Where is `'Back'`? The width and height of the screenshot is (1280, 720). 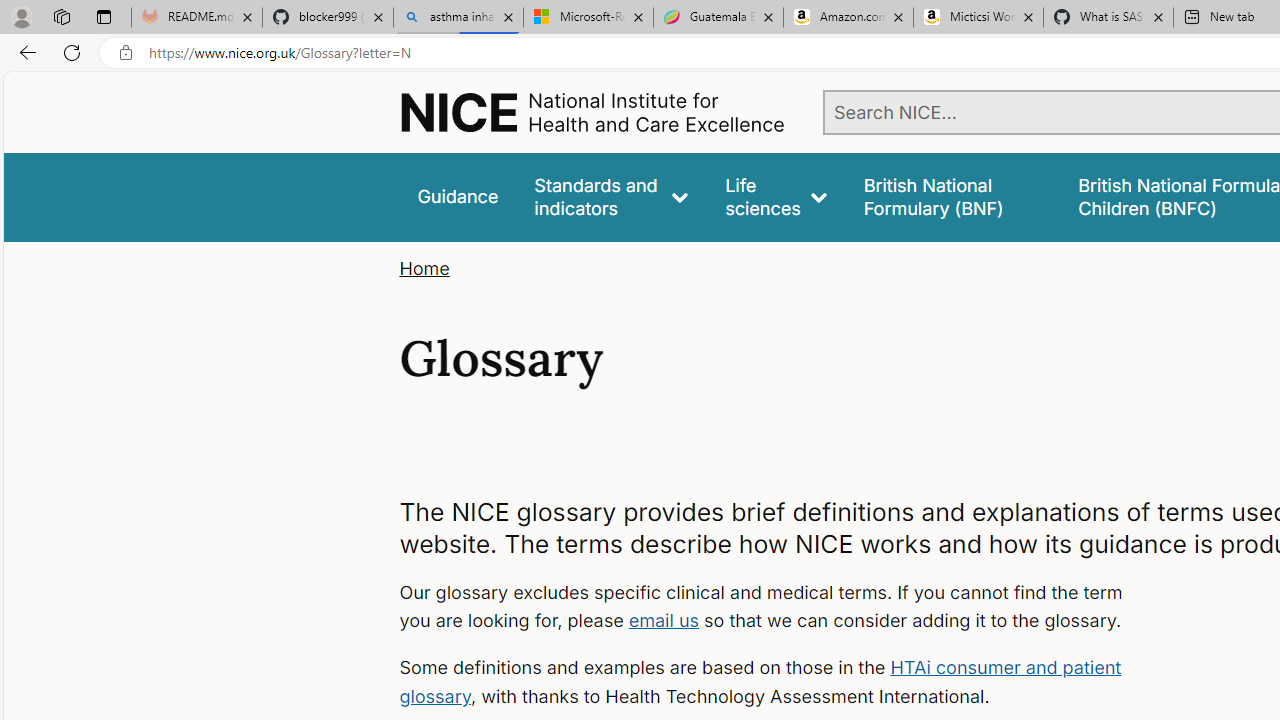
'Back' is located at coordinates (24, 51).